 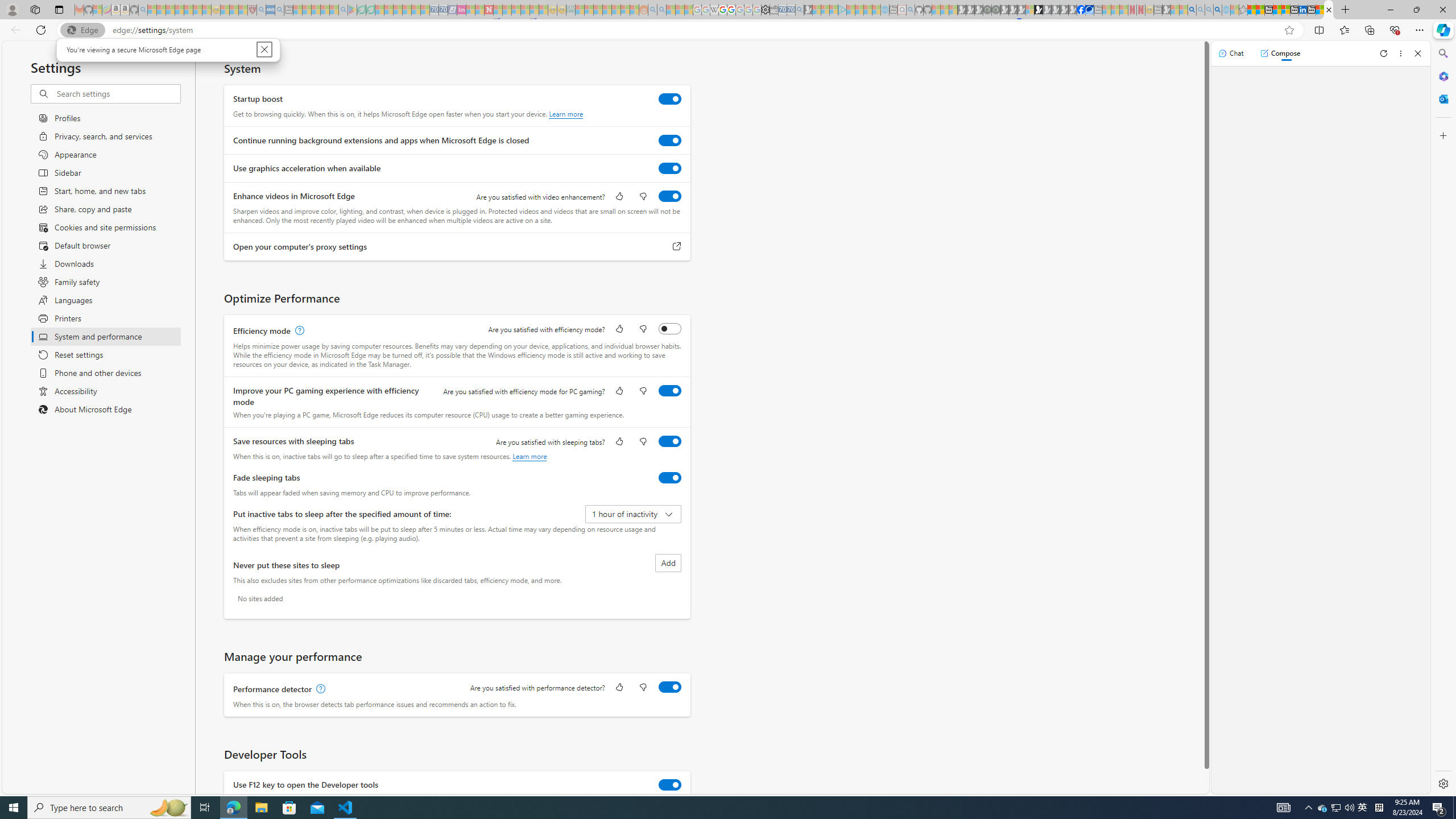 I want to click on 'Notification Chevron', so click(x=1308, y=806).